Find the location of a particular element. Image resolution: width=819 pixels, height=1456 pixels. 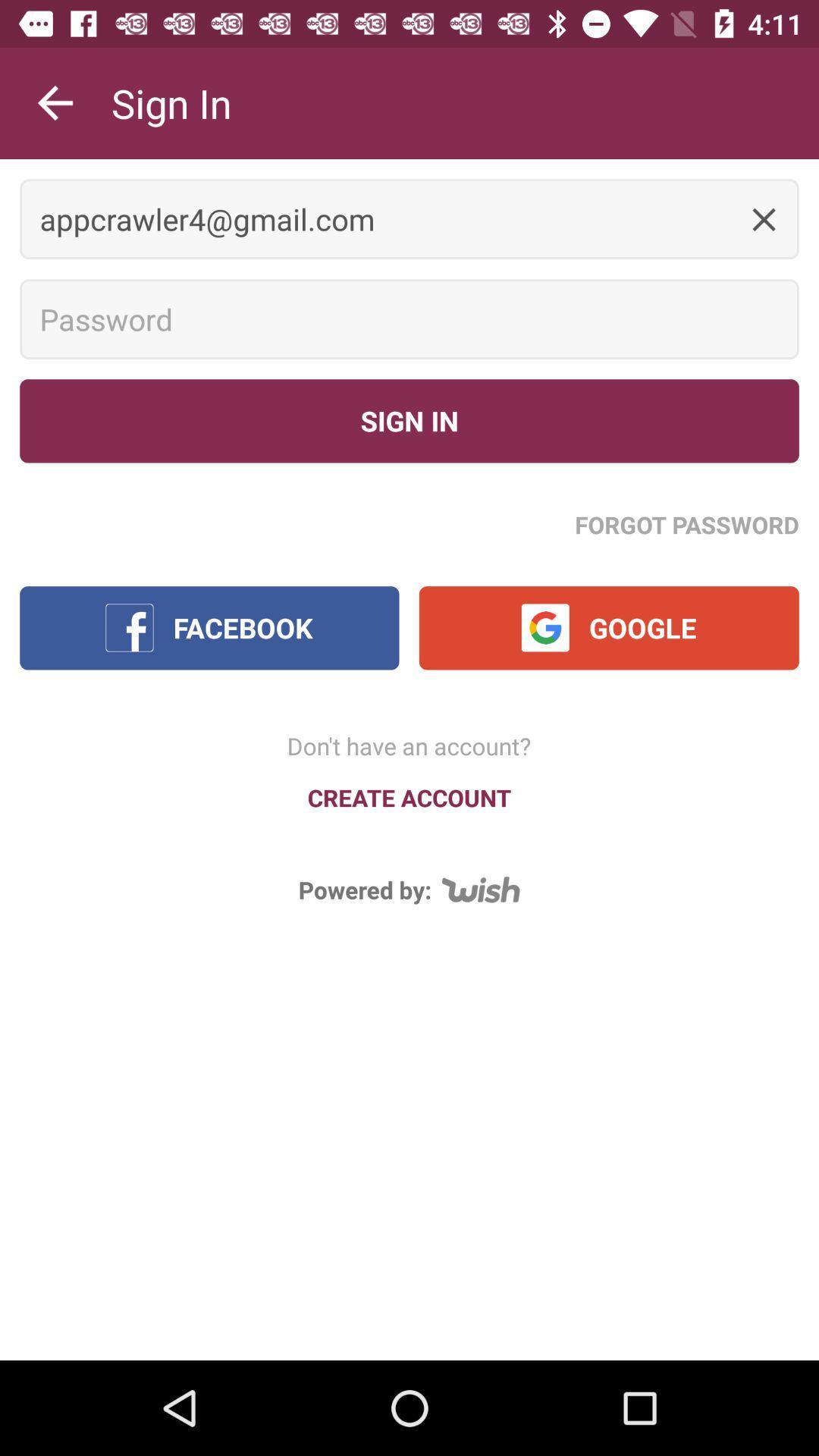

appcrawler4@gmail.com item is located at coordinates (409, 218).